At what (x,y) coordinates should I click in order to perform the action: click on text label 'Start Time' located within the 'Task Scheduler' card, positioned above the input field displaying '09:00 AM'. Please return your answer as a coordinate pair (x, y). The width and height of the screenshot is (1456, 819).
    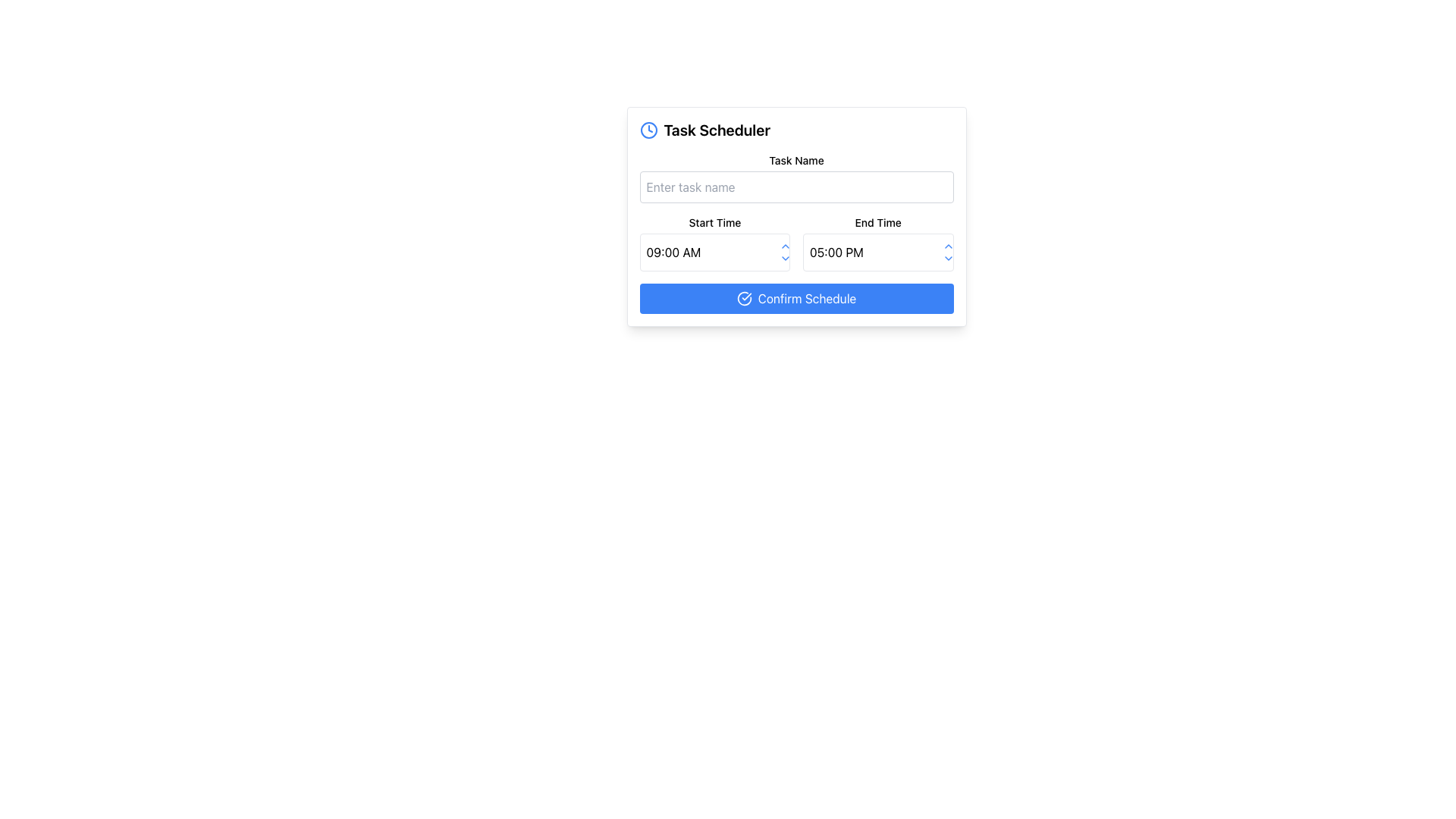
    Looking at the image, I should click on (714, 222).